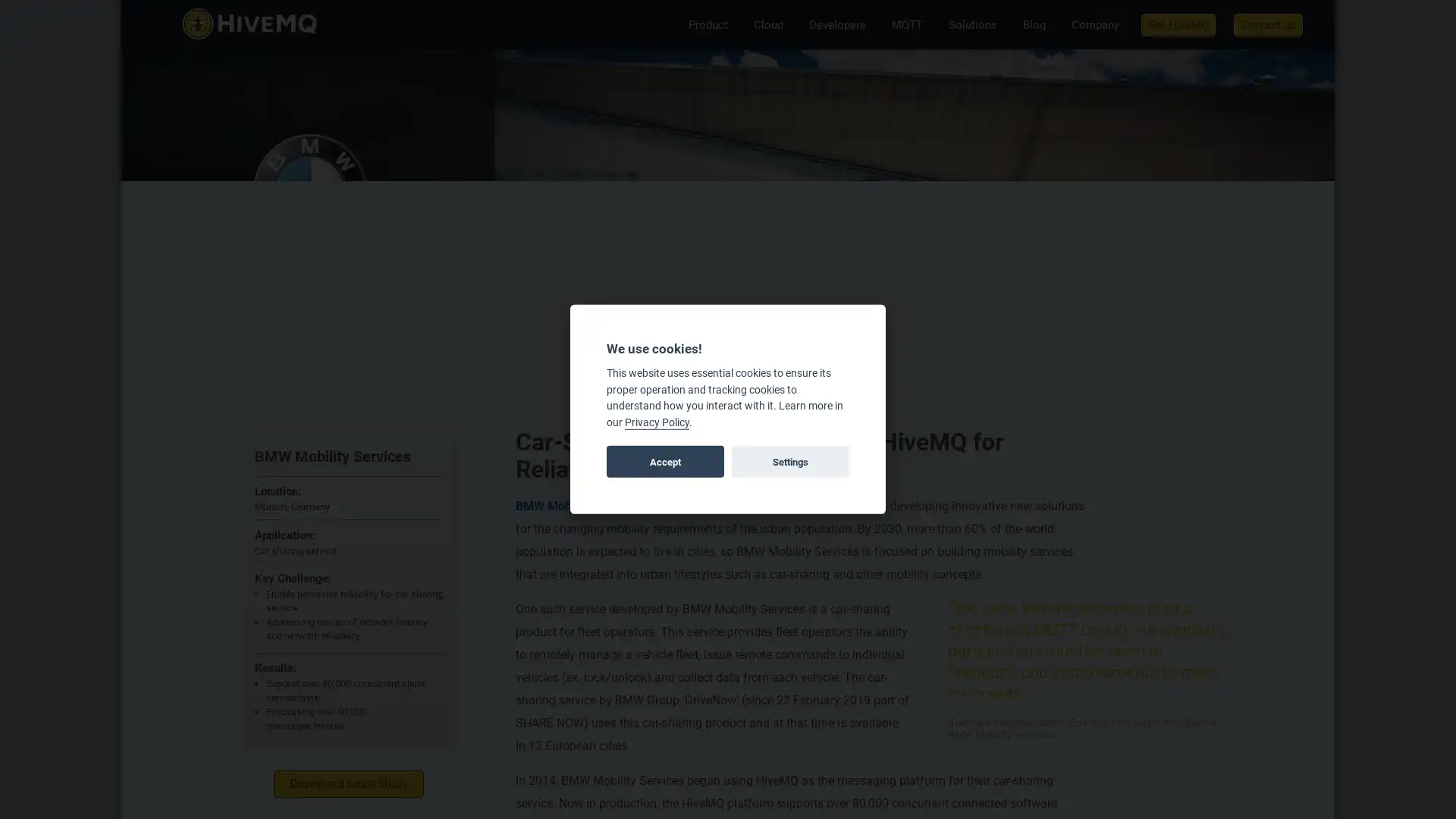 This screenshot has width=1456, height=819. I want to click on Get HiveMQ, so click(1178, 24).